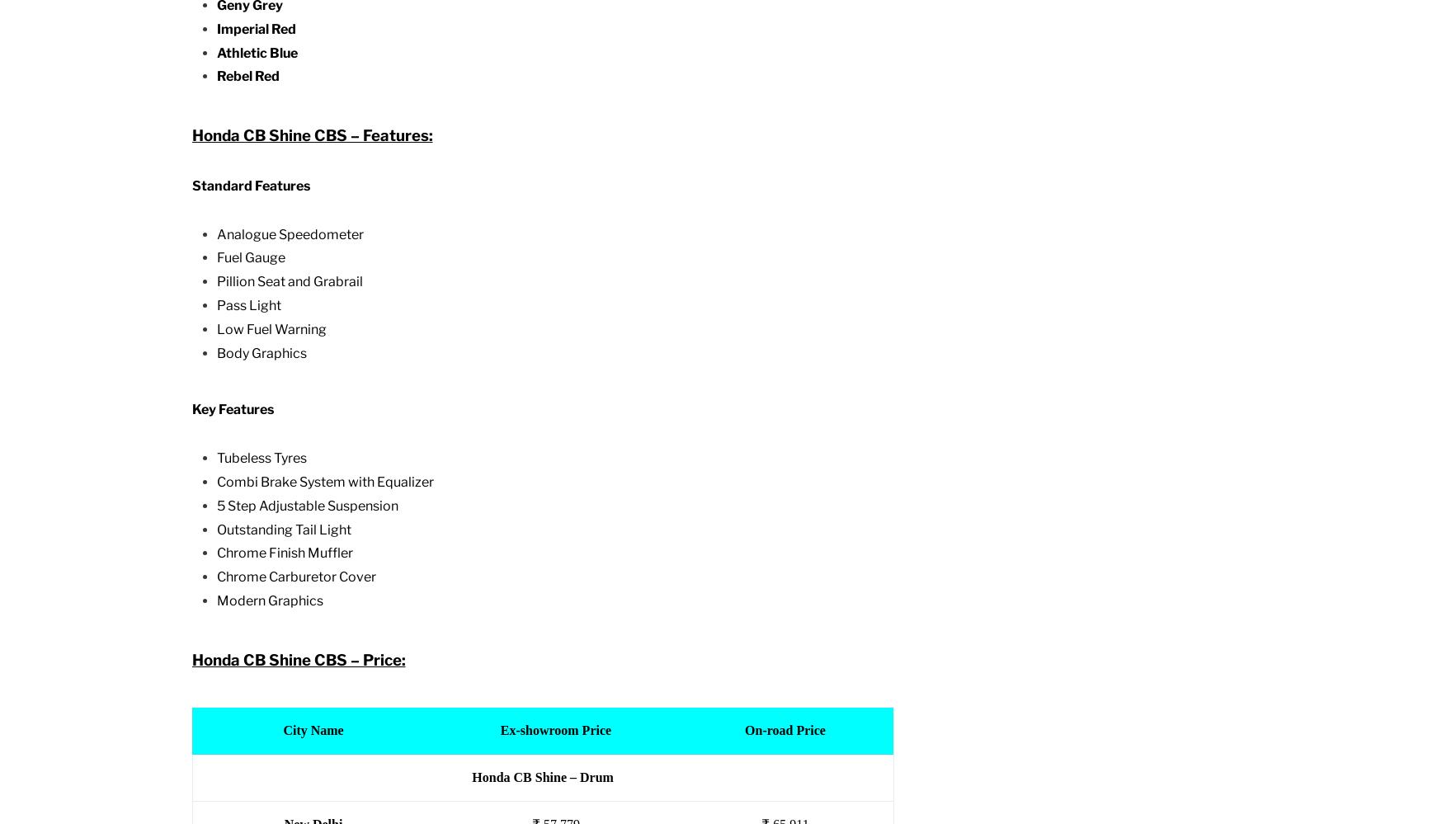 This screenshot has height=824, width=1456. What do you see at coordinates (471, 777) in the screenshot?
I see `'Honda CB Shine – Drum'` at bounding box center [471, 777].